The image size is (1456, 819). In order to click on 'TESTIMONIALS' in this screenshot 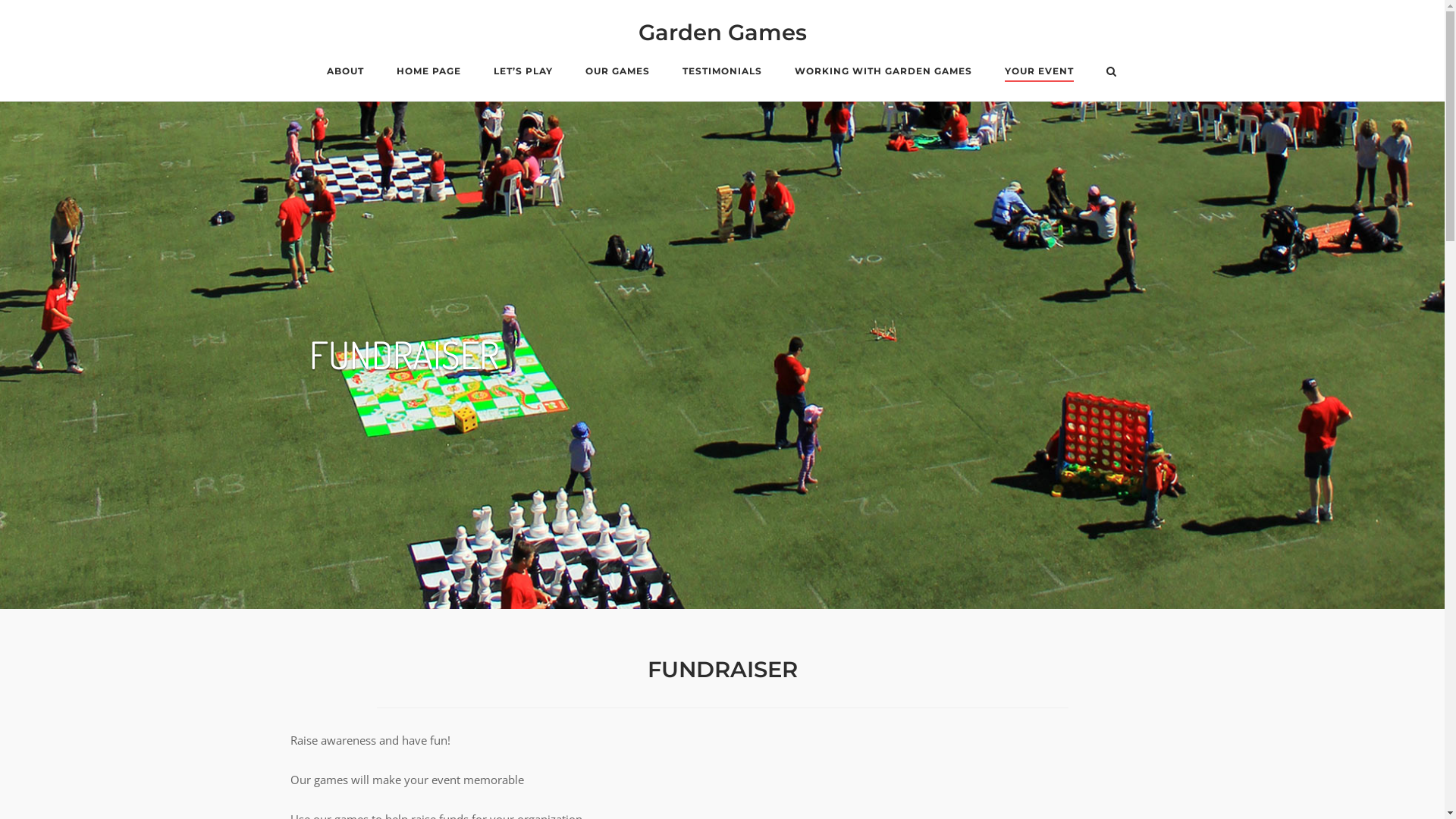, I will do `click(721, 73)`.